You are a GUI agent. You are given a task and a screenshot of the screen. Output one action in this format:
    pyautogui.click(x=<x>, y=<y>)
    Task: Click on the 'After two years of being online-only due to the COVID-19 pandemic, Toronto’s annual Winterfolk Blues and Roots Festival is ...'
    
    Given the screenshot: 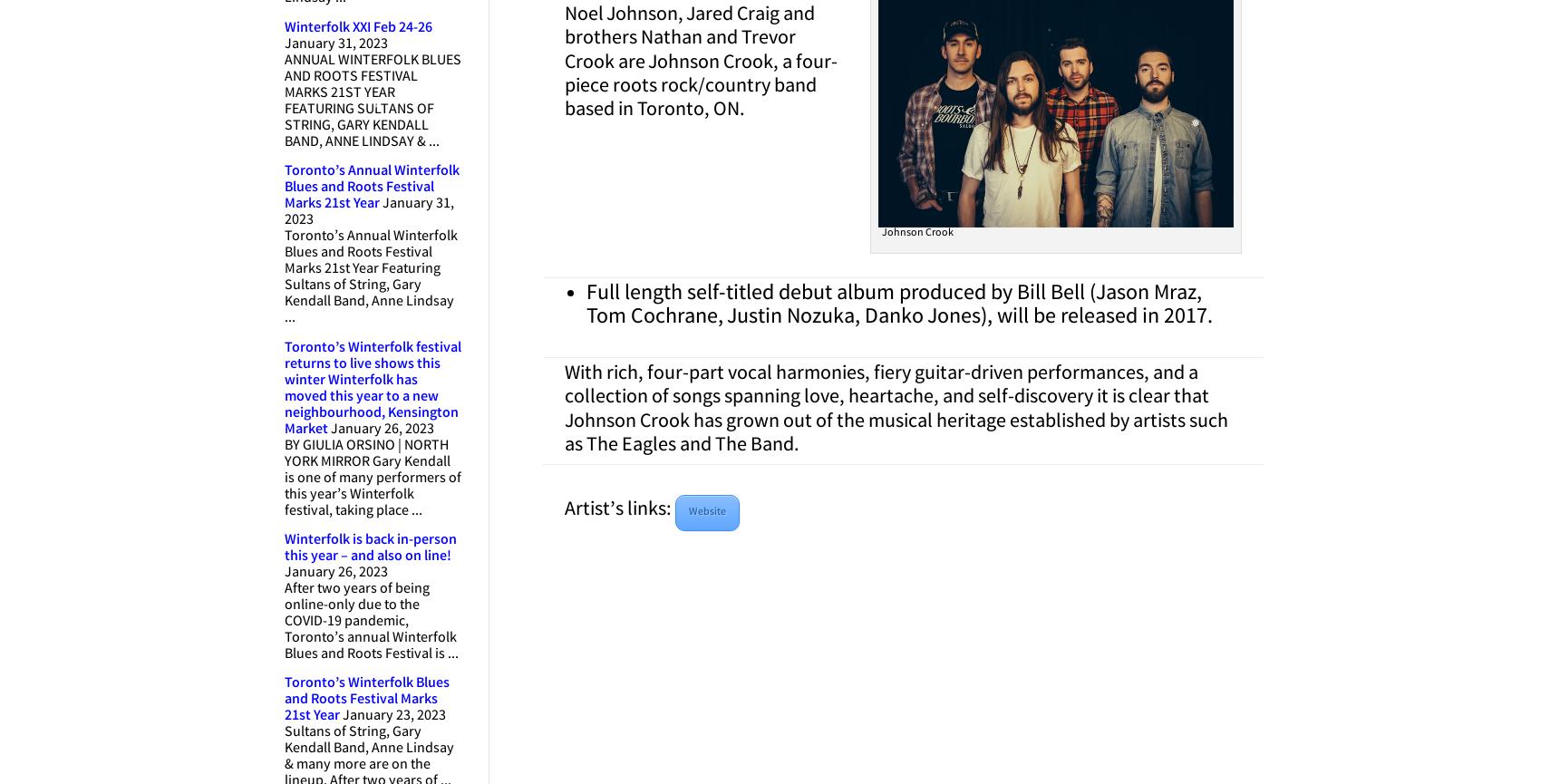 What is the action you would take?
    pyautogui.click(x=283, y=622)
    